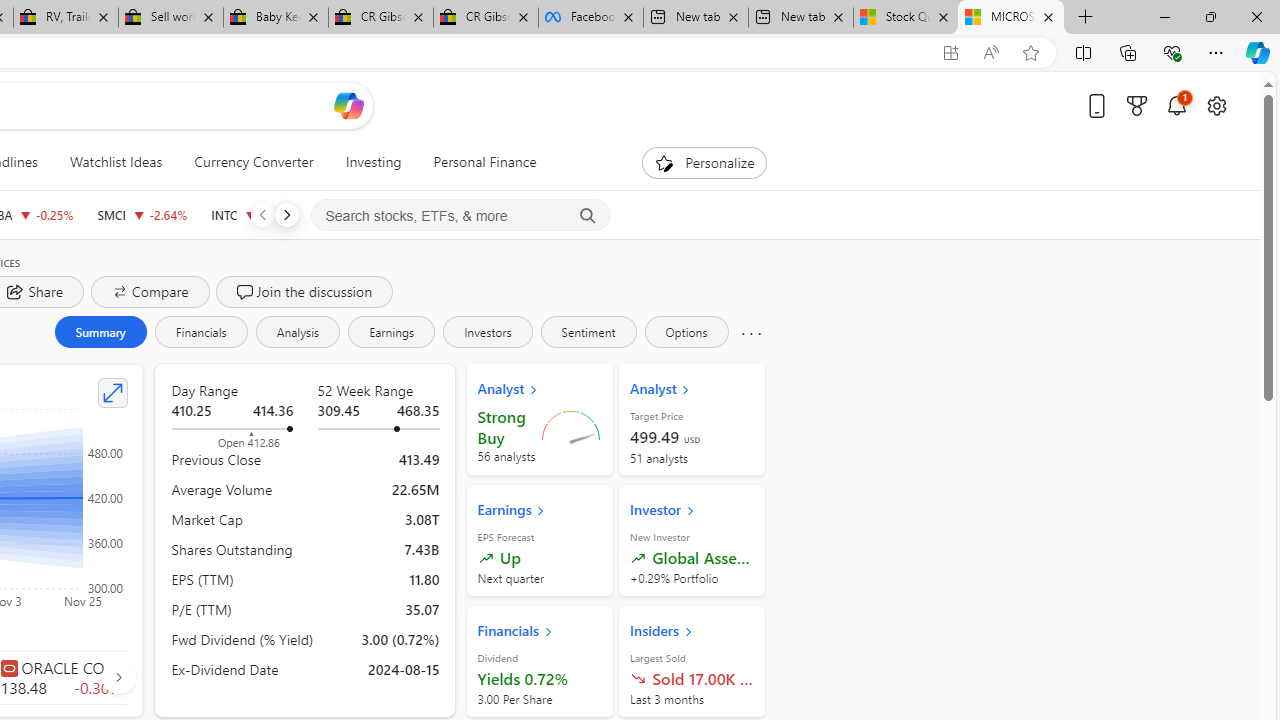  What do you see at coordinates (587, 330) in the screenshot?
I see `'Sentiment'` at bounding box center [587, 330].